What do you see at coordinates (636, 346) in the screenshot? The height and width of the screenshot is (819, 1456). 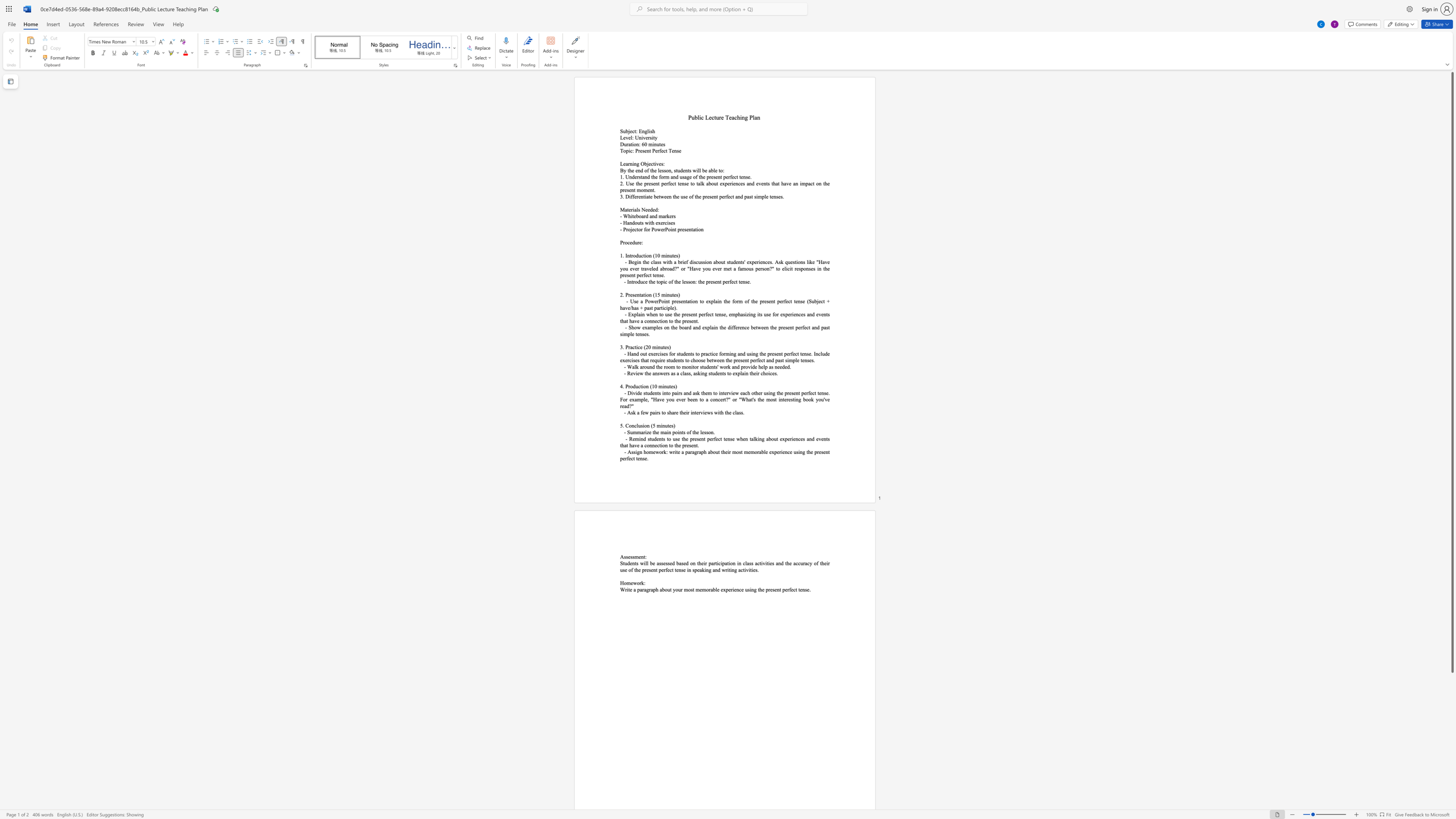 I see `the space between the continuous character "t" and "i" in the text` at bounding box center [636, 346].